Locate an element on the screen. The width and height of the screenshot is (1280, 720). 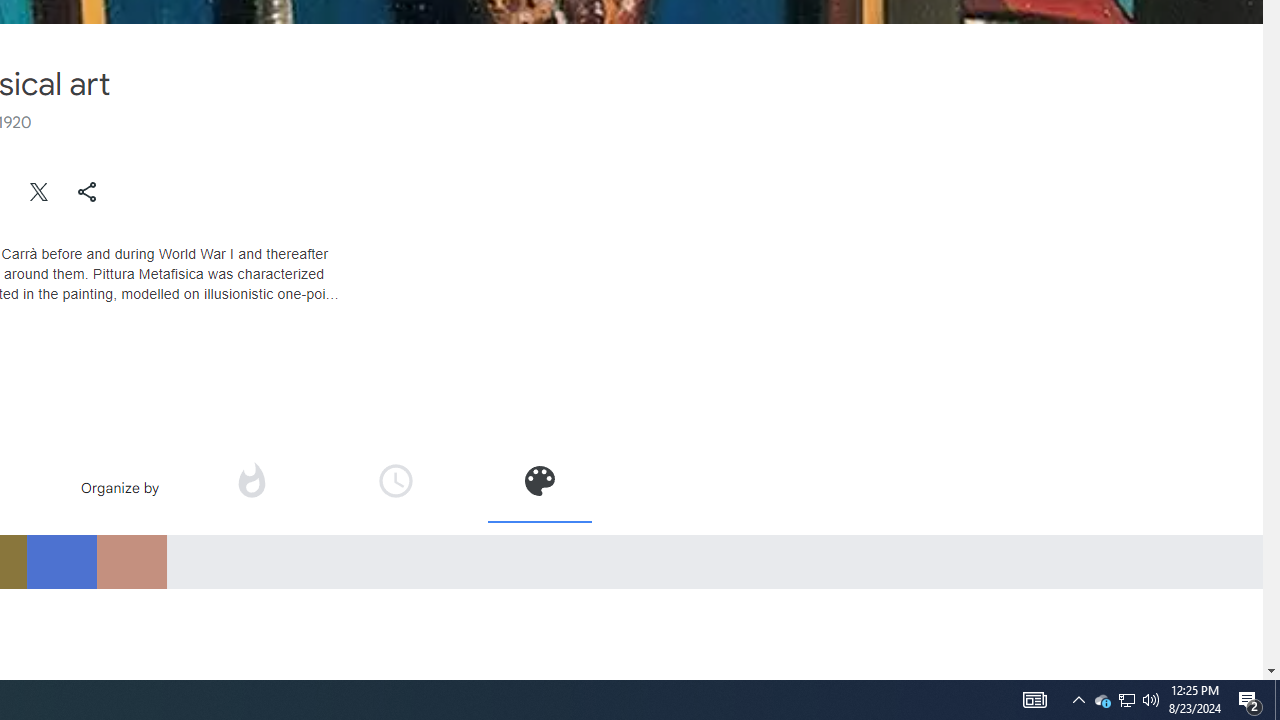
'Organize by popularity' is located at coordinates (249, 480).